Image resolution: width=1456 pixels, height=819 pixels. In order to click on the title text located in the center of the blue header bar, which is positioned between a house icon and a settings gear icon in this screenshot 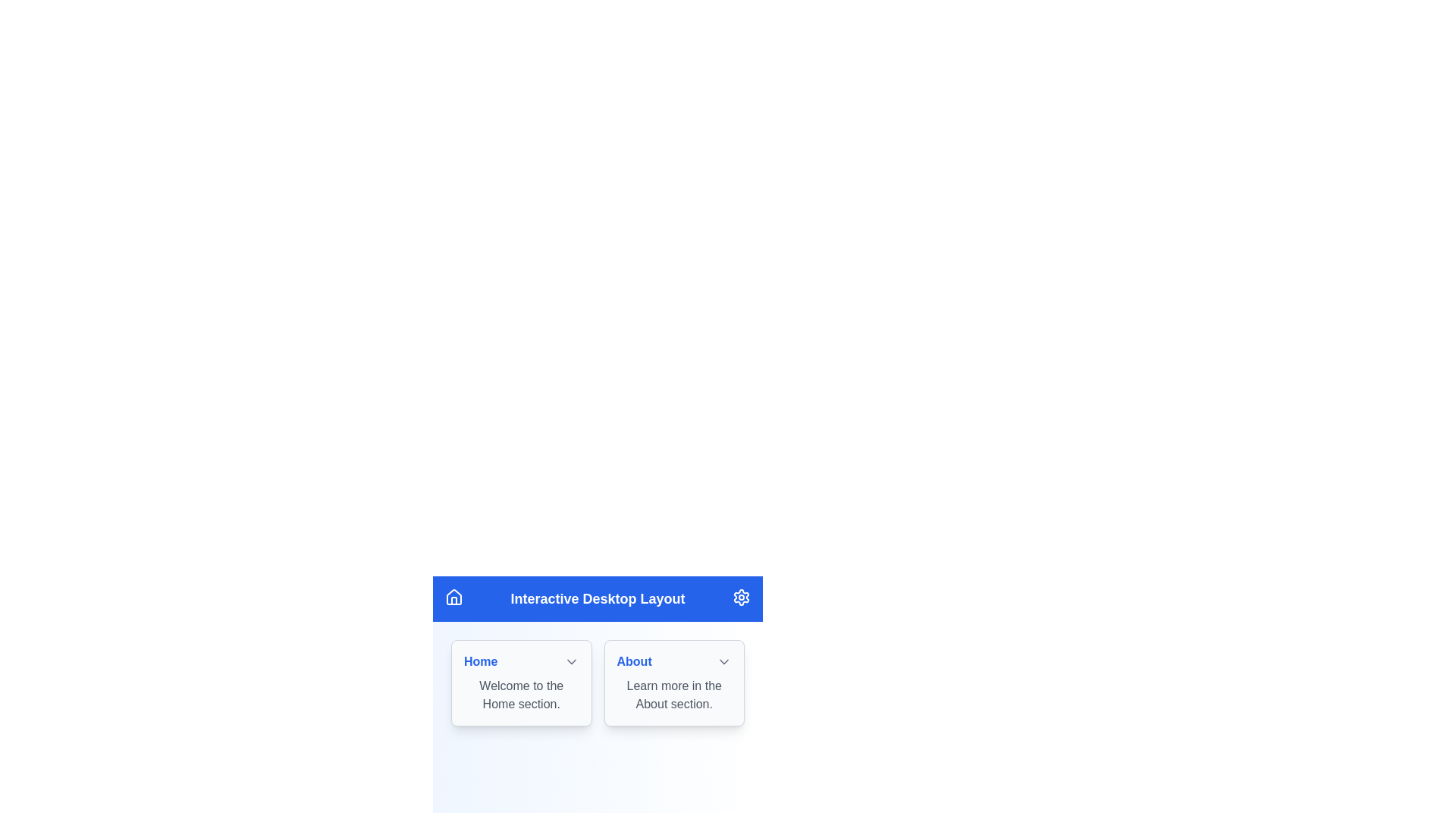, I will do `click(597, 598)`.